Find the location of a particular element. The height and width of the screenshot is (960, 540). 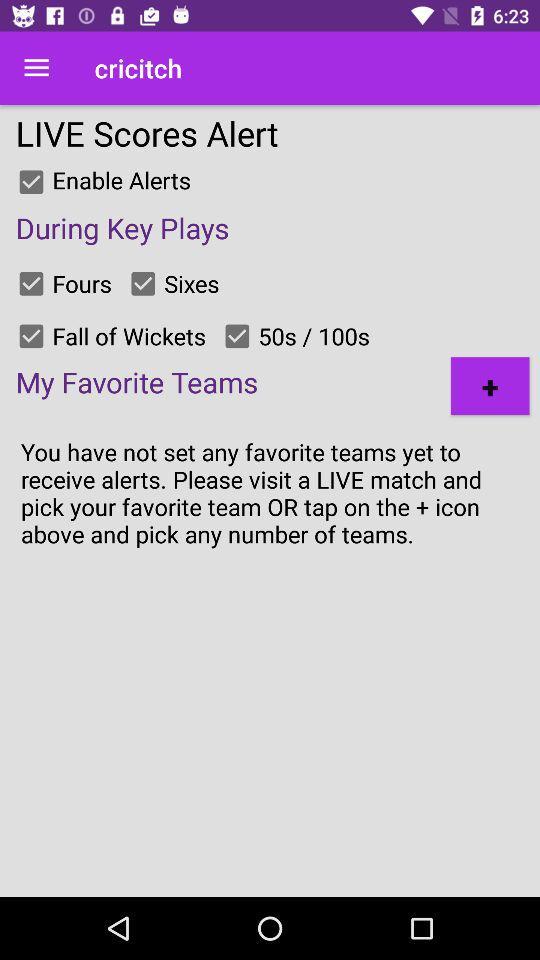

the icon next to 50s / 100s icon is located at coordinates (489, 385).